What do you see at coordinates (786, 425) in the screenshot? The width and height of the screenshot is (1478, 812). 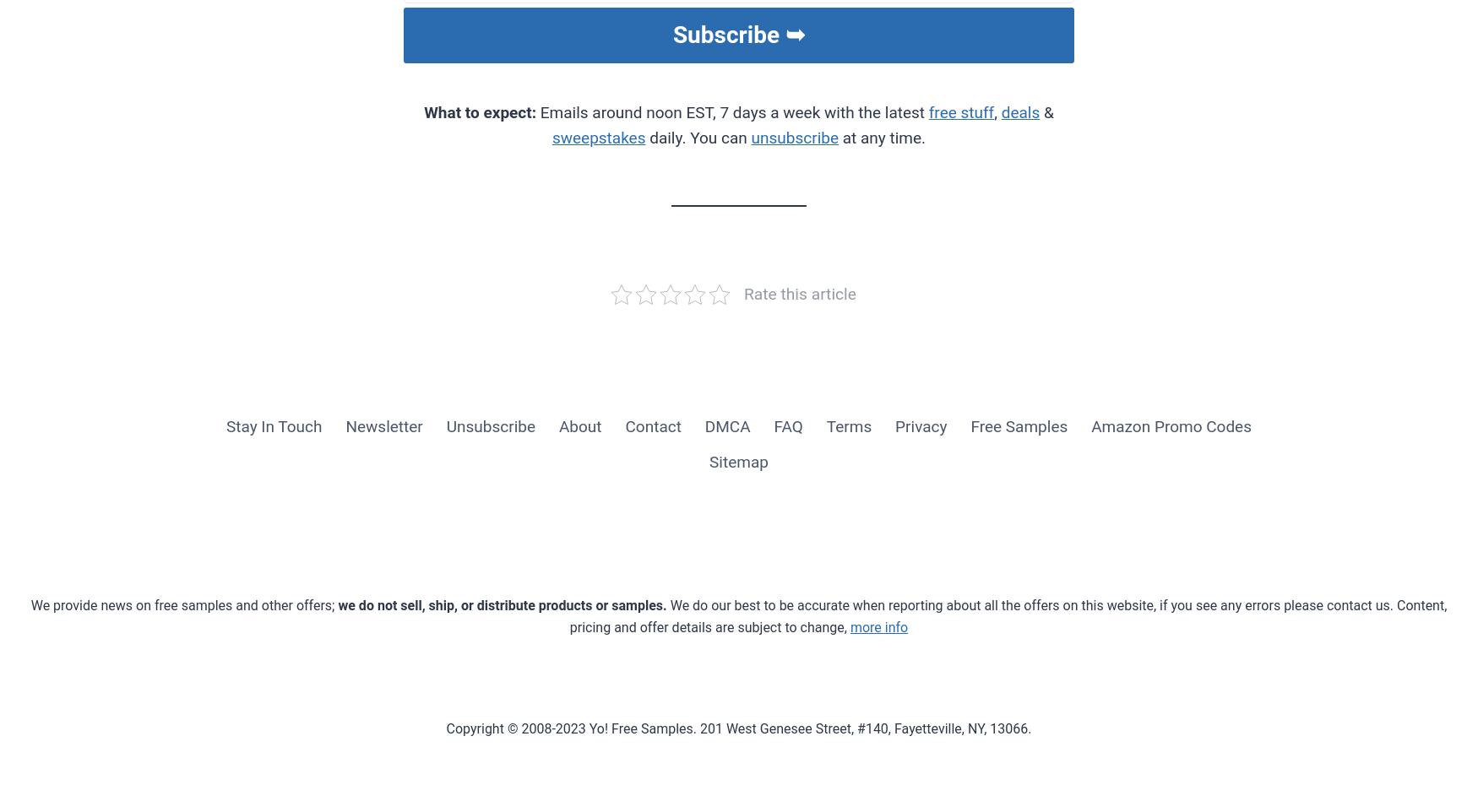 I see `'FAQ'` at bounding box center [786, 425].